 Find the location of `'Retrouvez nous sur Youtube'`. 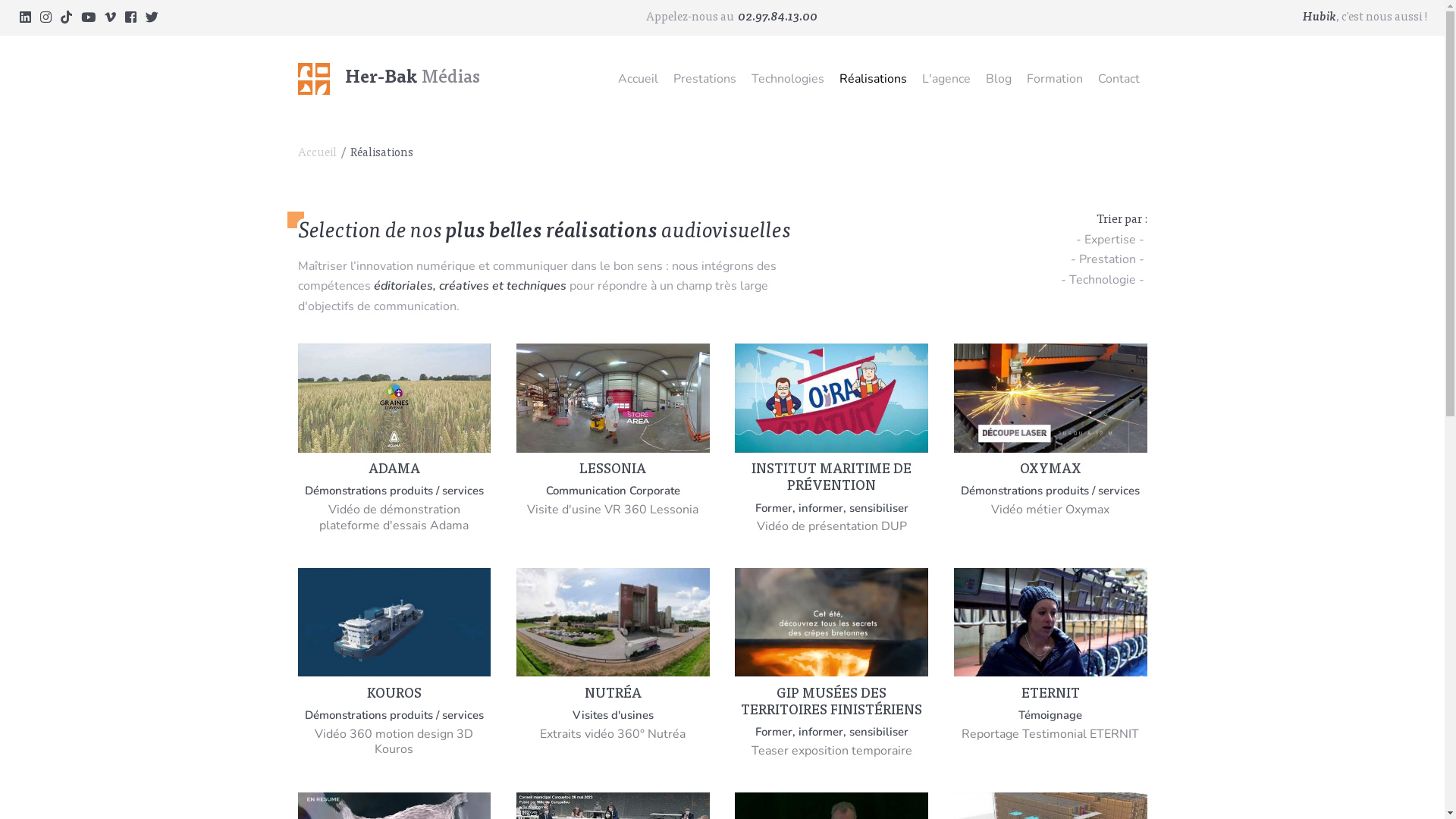

'Retrouvez nous sur Youtube' is located at coordinates (87, 17).